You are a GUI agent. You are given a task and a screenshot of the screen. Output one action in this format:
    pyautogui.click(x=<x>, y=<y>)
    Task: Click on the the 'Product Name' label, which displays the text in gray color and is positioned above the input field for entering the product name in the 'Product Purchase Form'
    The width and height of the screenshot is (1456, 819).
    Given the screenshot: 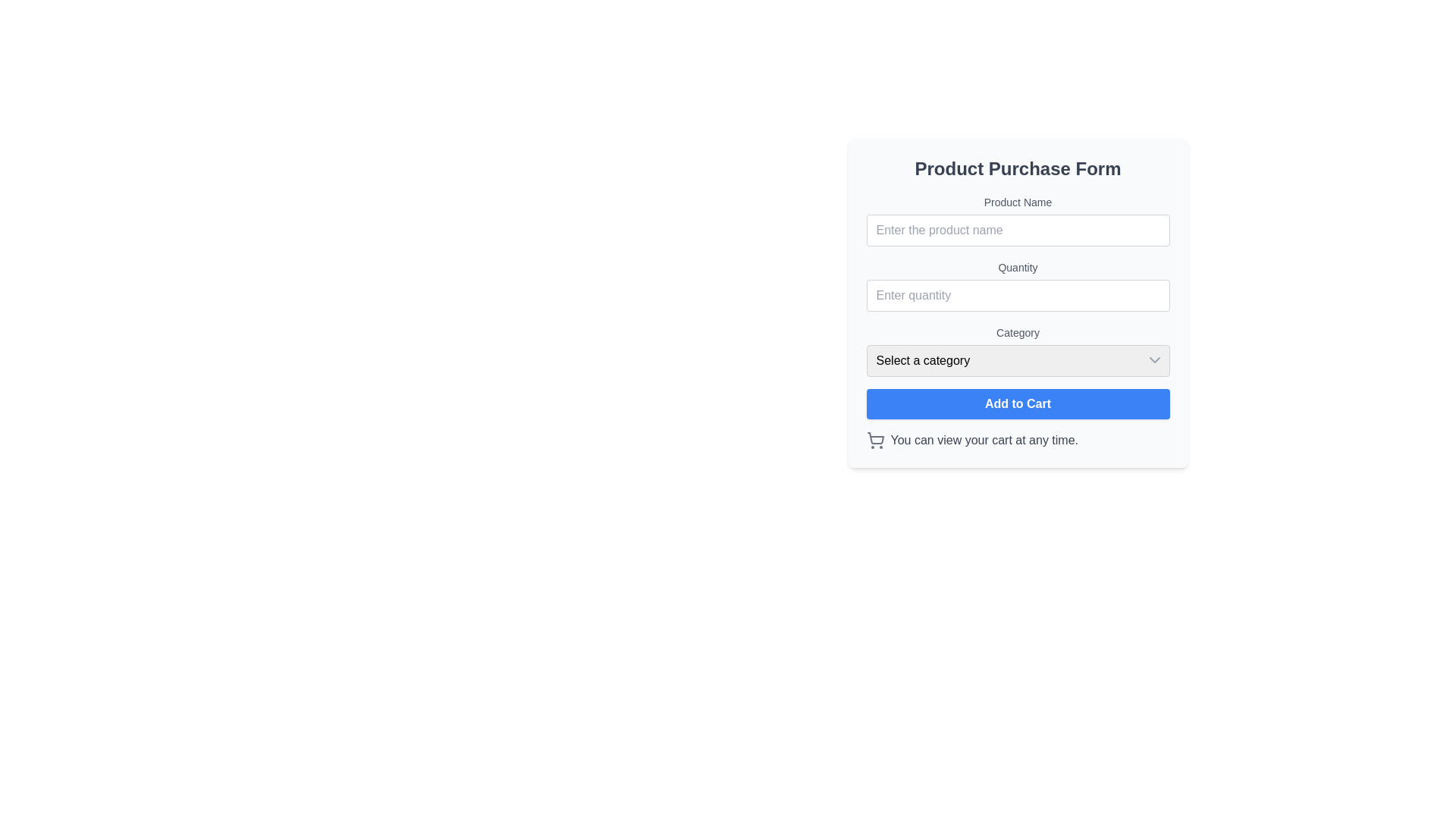 What is the action you would take?
    pyautogui.click(x=1018, y=201)
    